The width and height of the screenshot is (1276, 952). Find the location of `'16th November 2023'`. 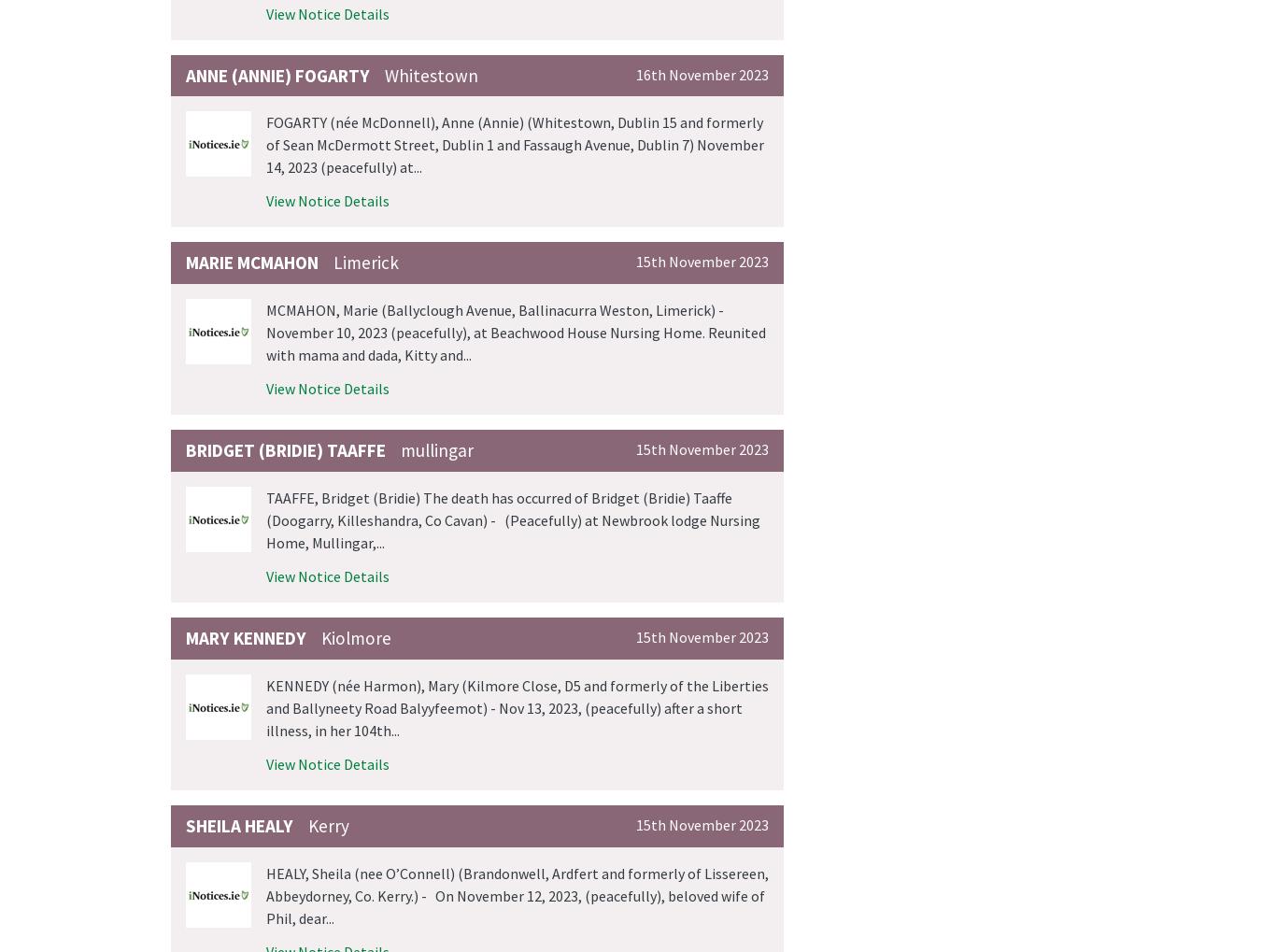

'16th November 2023' is located at coordinates (702, 73).